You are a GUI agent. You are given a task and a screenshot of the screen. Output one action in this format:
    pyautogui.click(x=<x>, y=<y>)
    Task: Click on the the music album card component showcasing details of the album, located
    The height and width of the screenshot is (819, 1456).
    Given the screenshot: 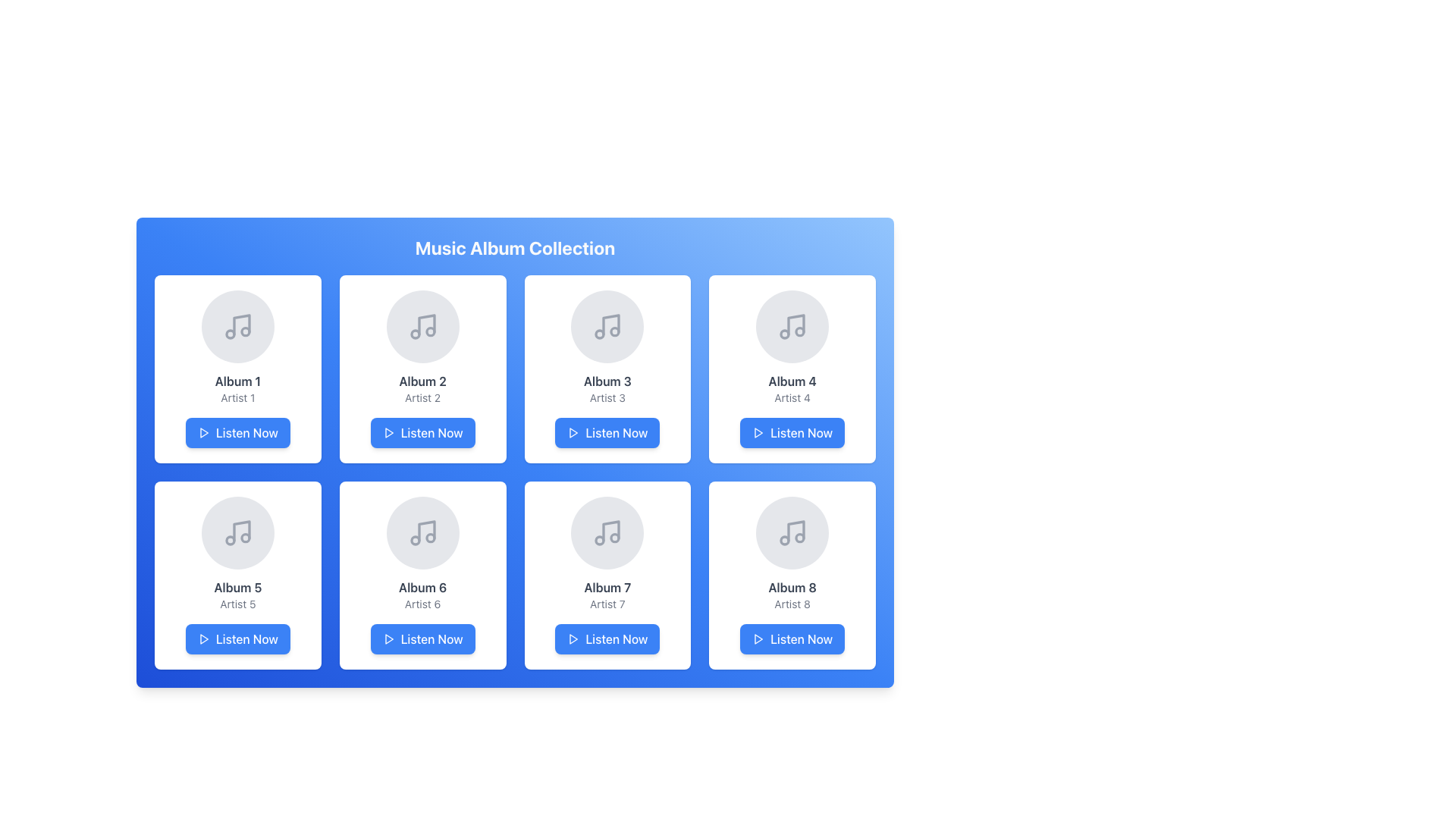 What is the action you would take?
    pyautogui.click(x=607, y=369)
    